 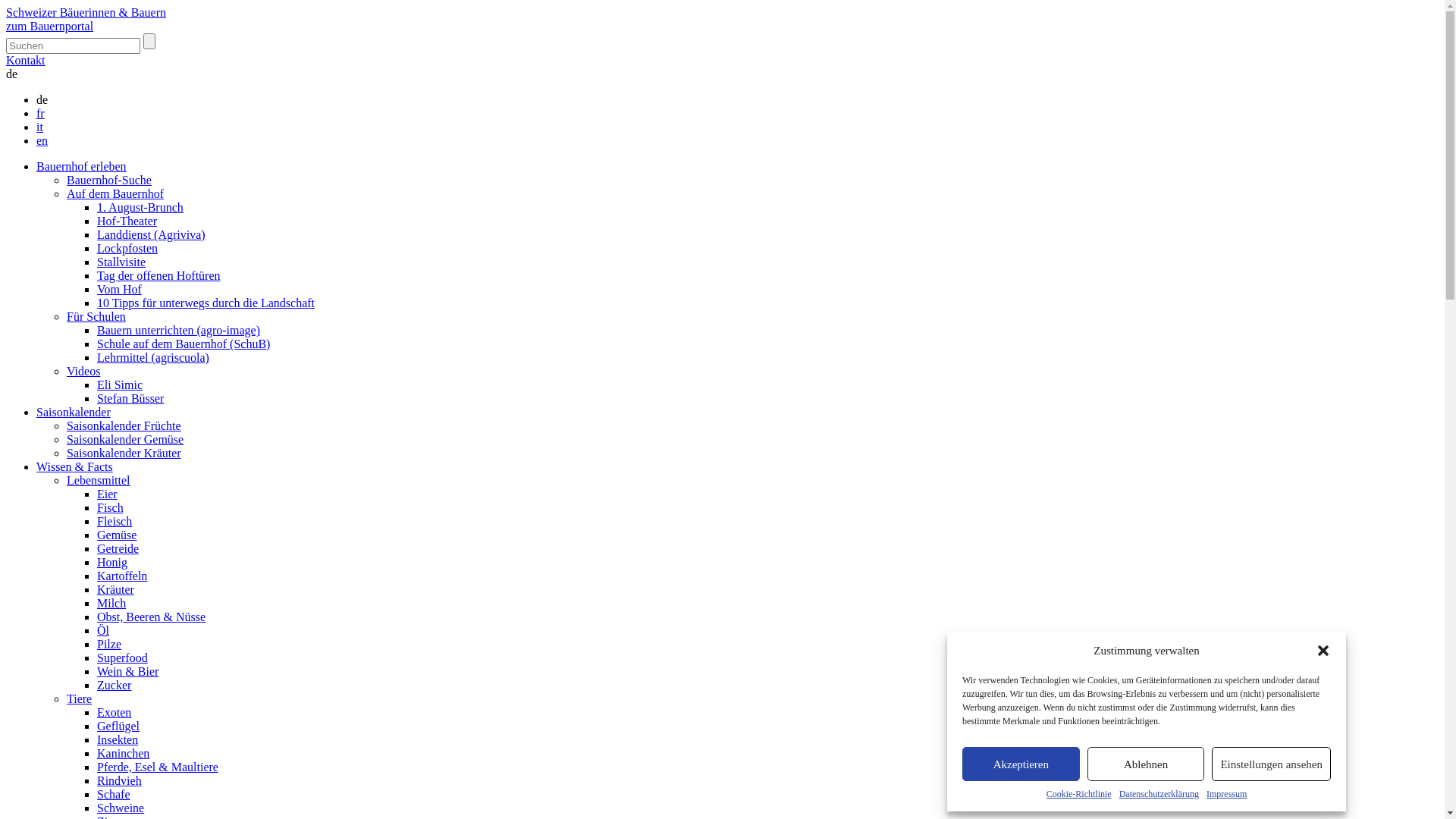 I want to click on 'Fleisch', so click(x=113, y=520).